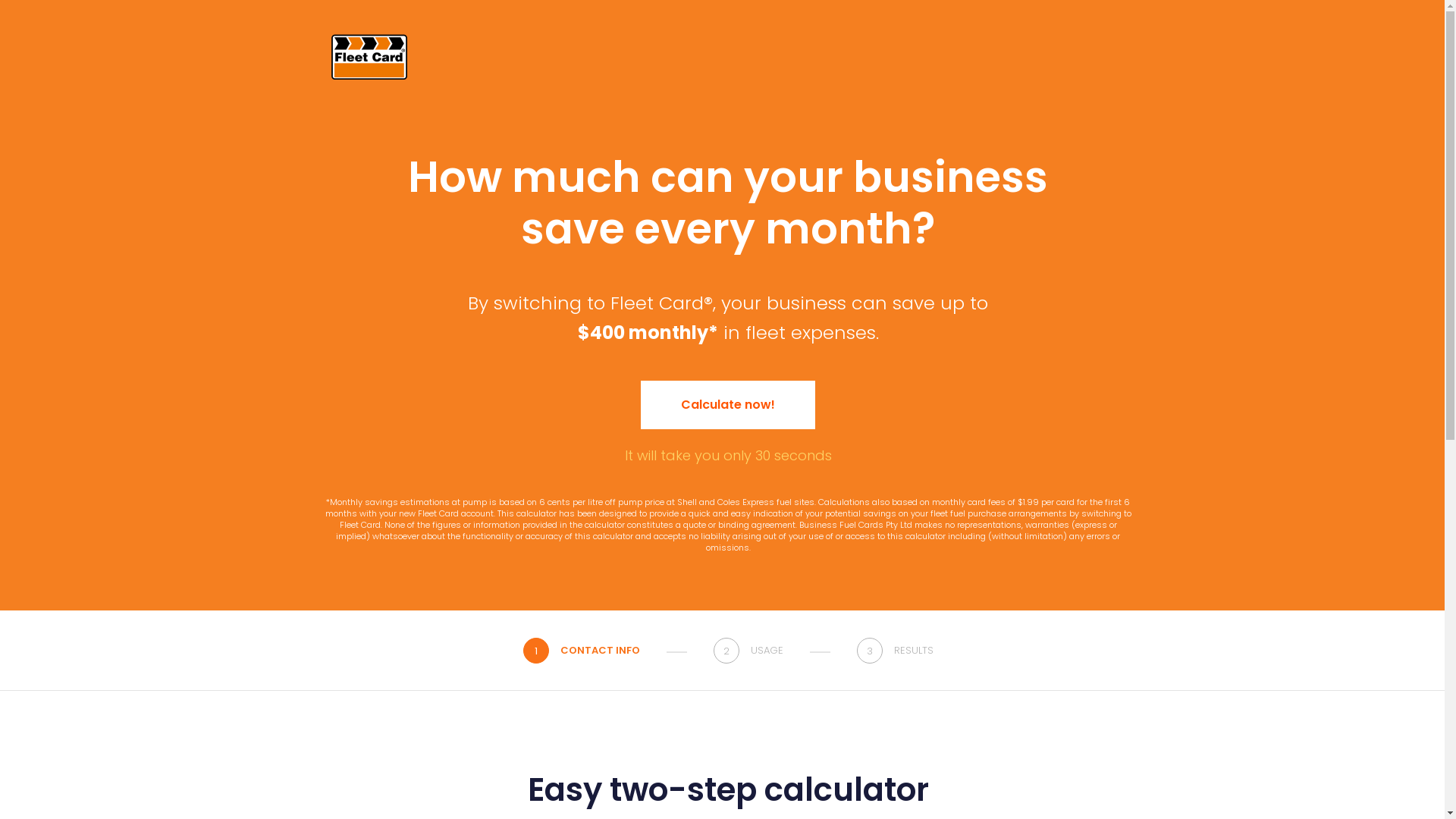 The width and height of the screenshot is (1456, 819). What do you see at coordinates (369, 55) in the screenshot?
I see `'Fleet Card'` at bounding box center [369, 55].